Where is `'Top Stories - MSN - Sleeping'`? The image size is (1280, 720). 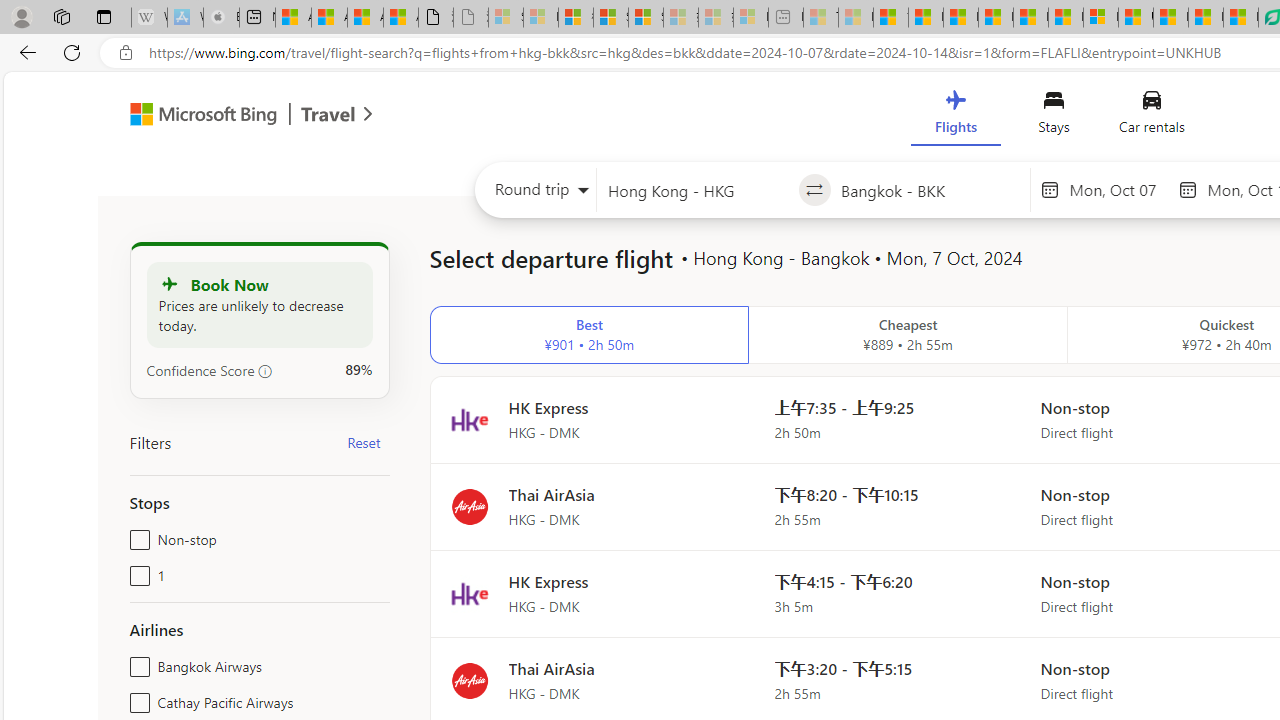 'Top Stories - MSN - Sleeping' is located at coordinates (821, 17).